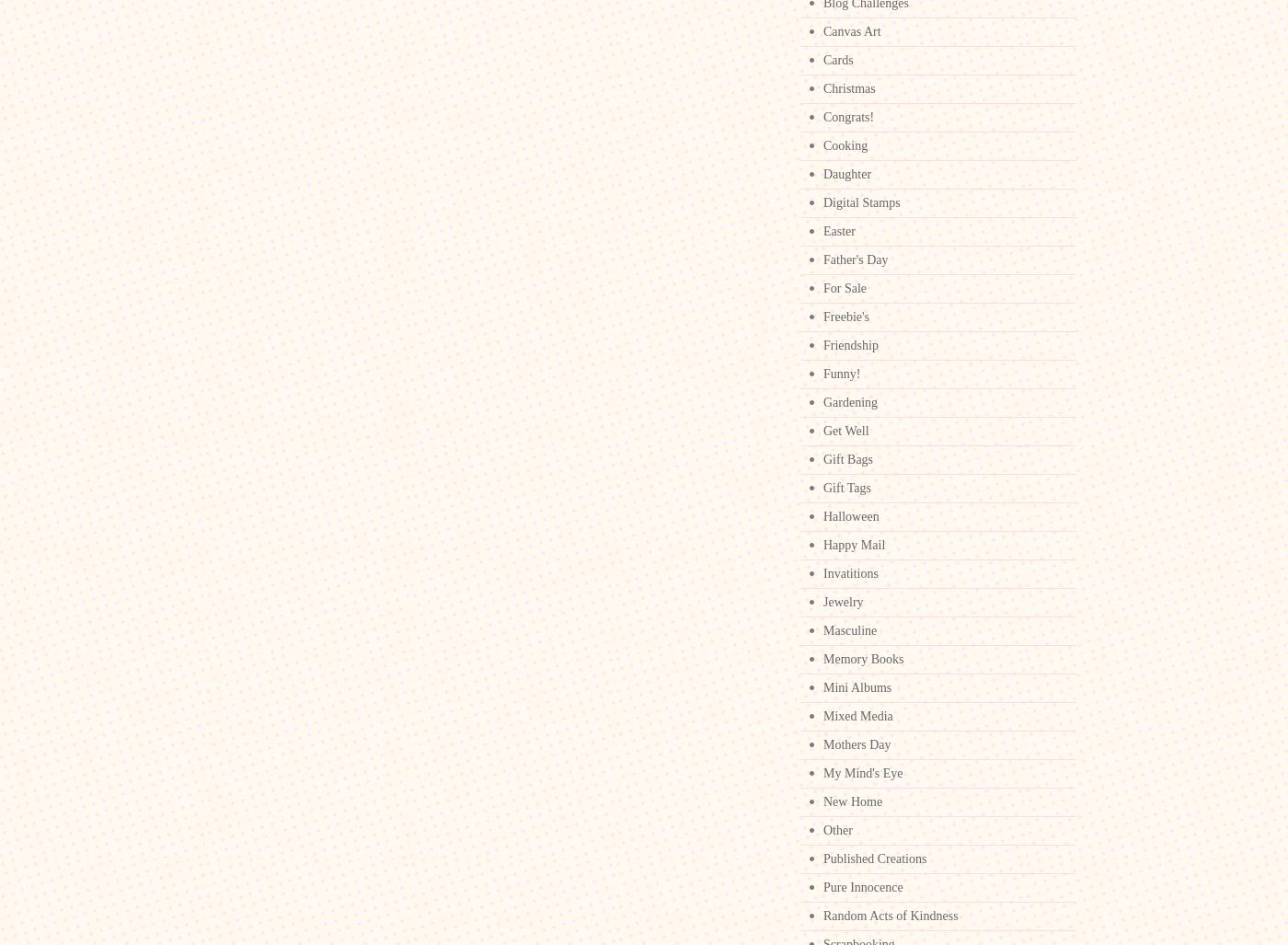 Image resolution: width=1288 pixels, height=945 pixels. I want to click on 'Published Creations', so click(822, 859).